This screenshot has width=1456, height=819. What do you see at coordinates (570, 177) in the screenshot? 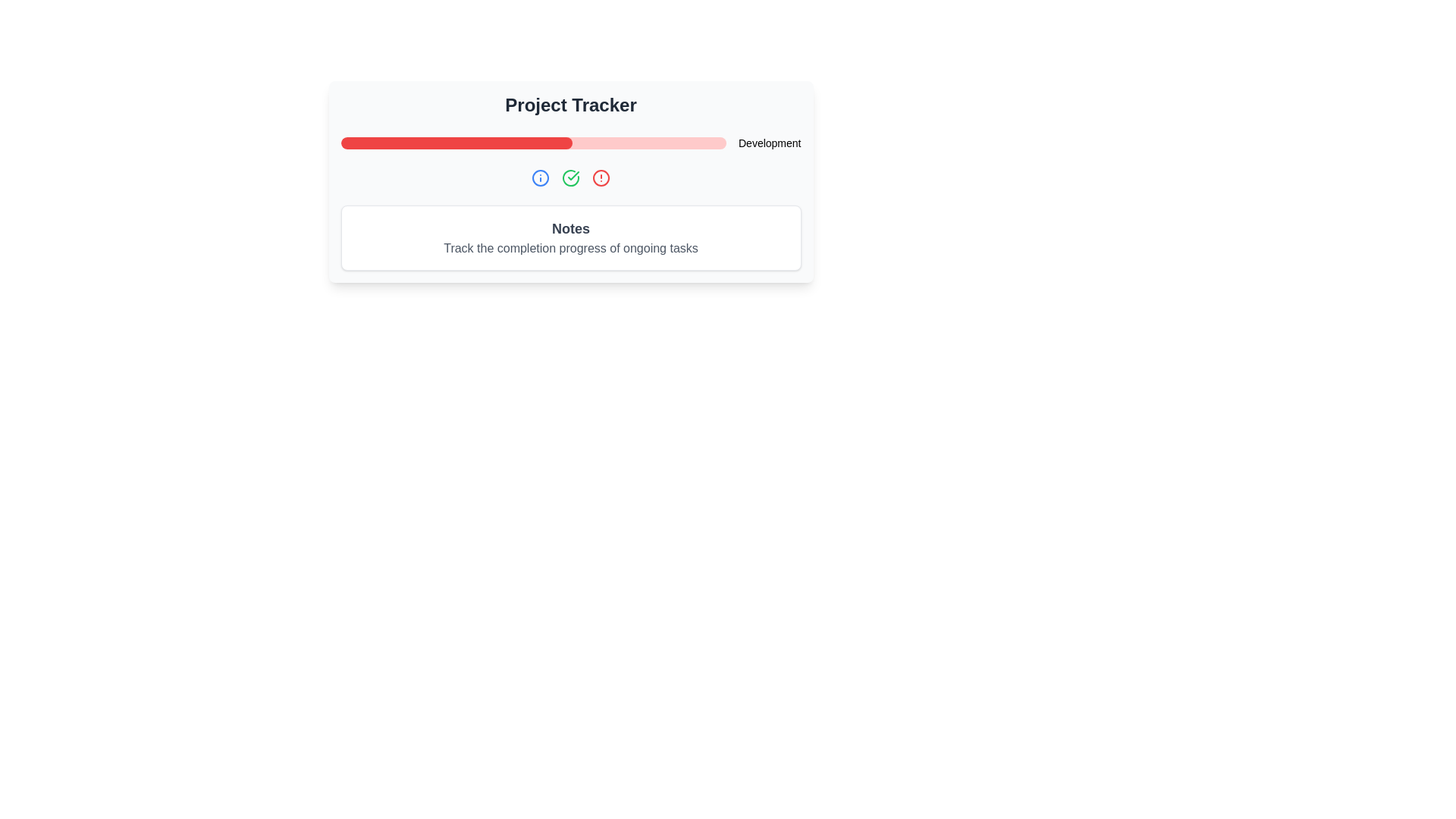
I see `the status indicator icons located beneath the 'Development' progress bar and above the 'Notes' section` at bounding box center [570, 177].